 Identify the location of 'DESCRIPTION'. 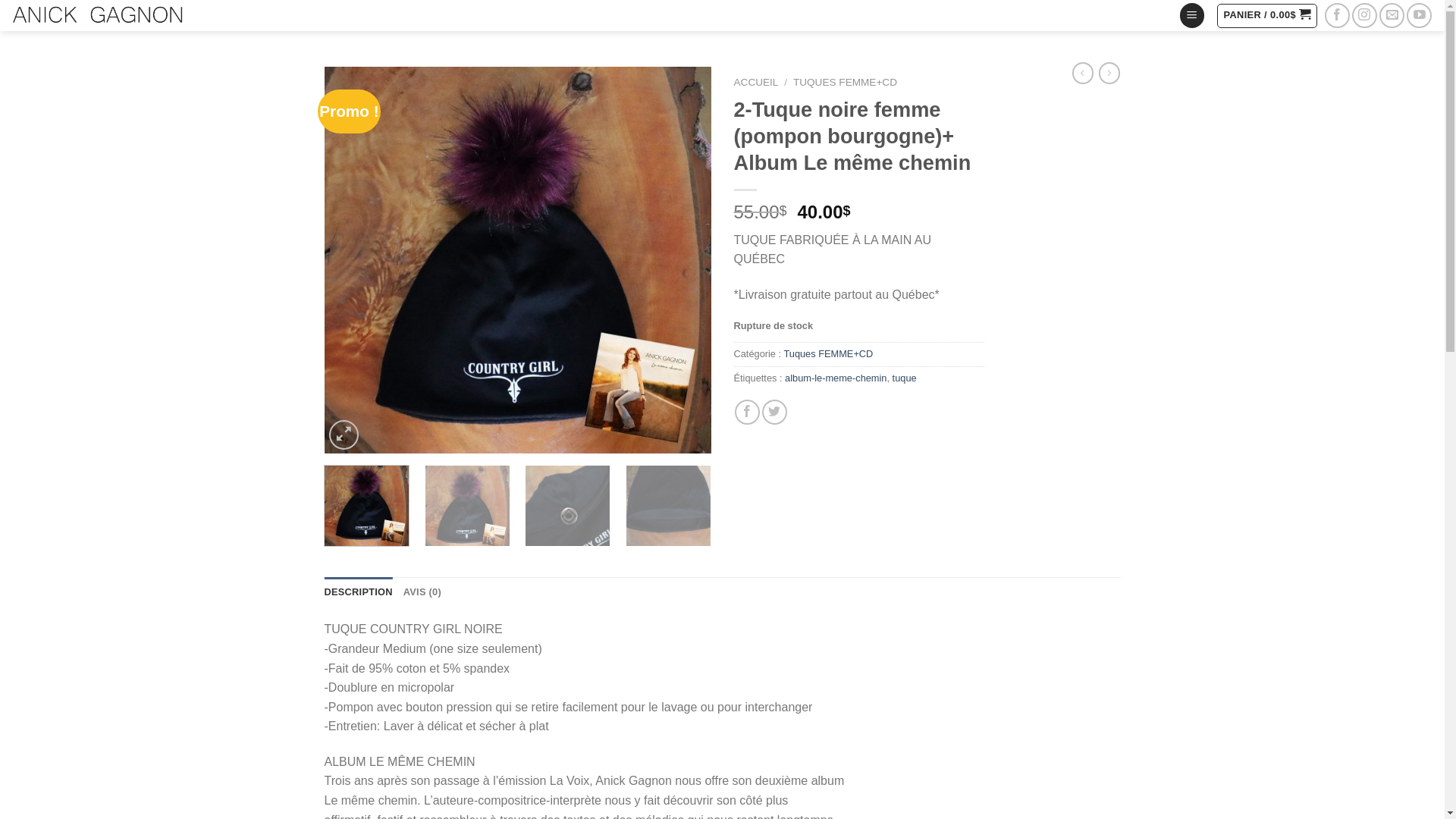
(358, 591).